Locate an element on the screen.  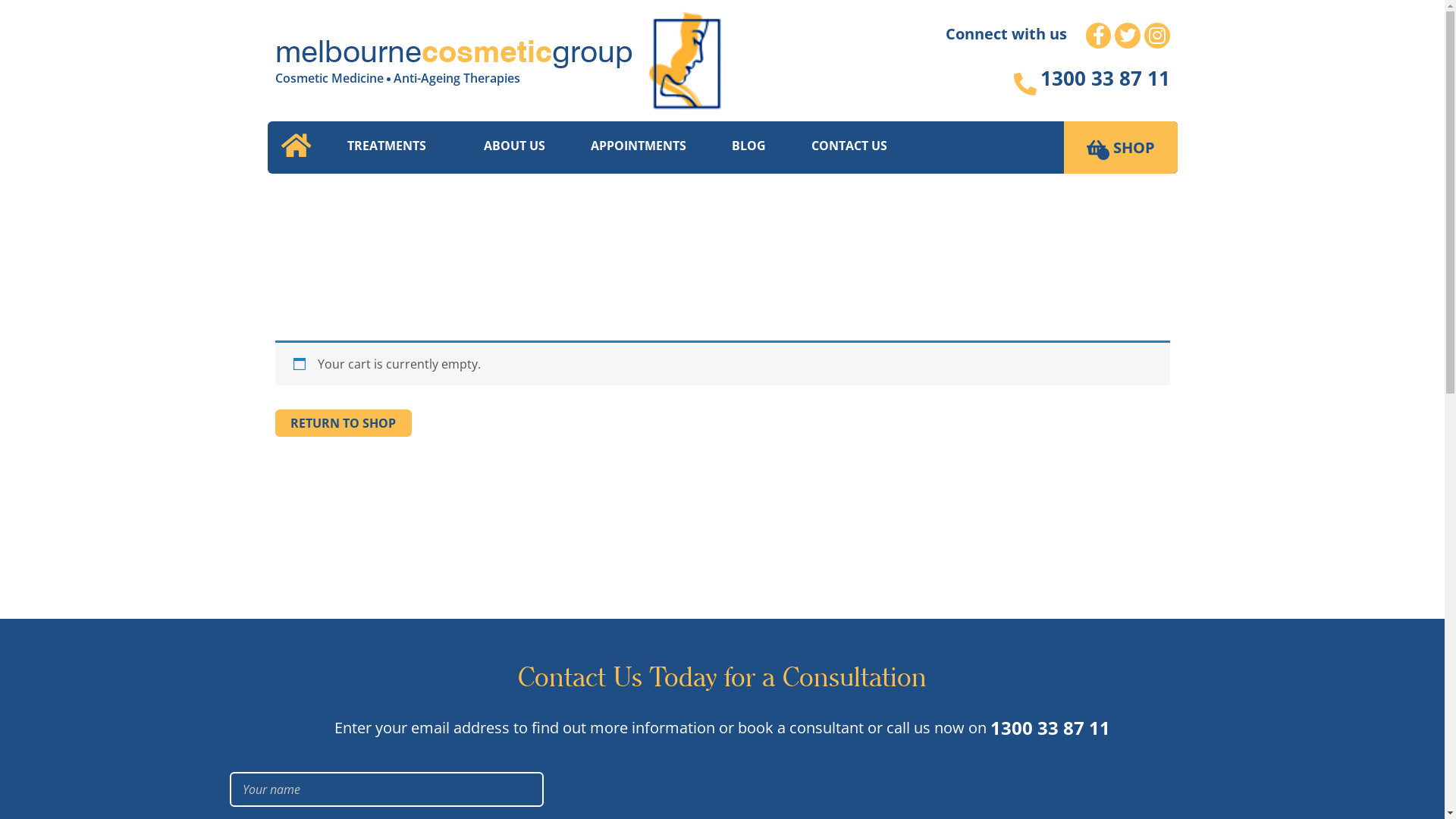
'APPOINTMENTS' is located at coordinates (637, 146).